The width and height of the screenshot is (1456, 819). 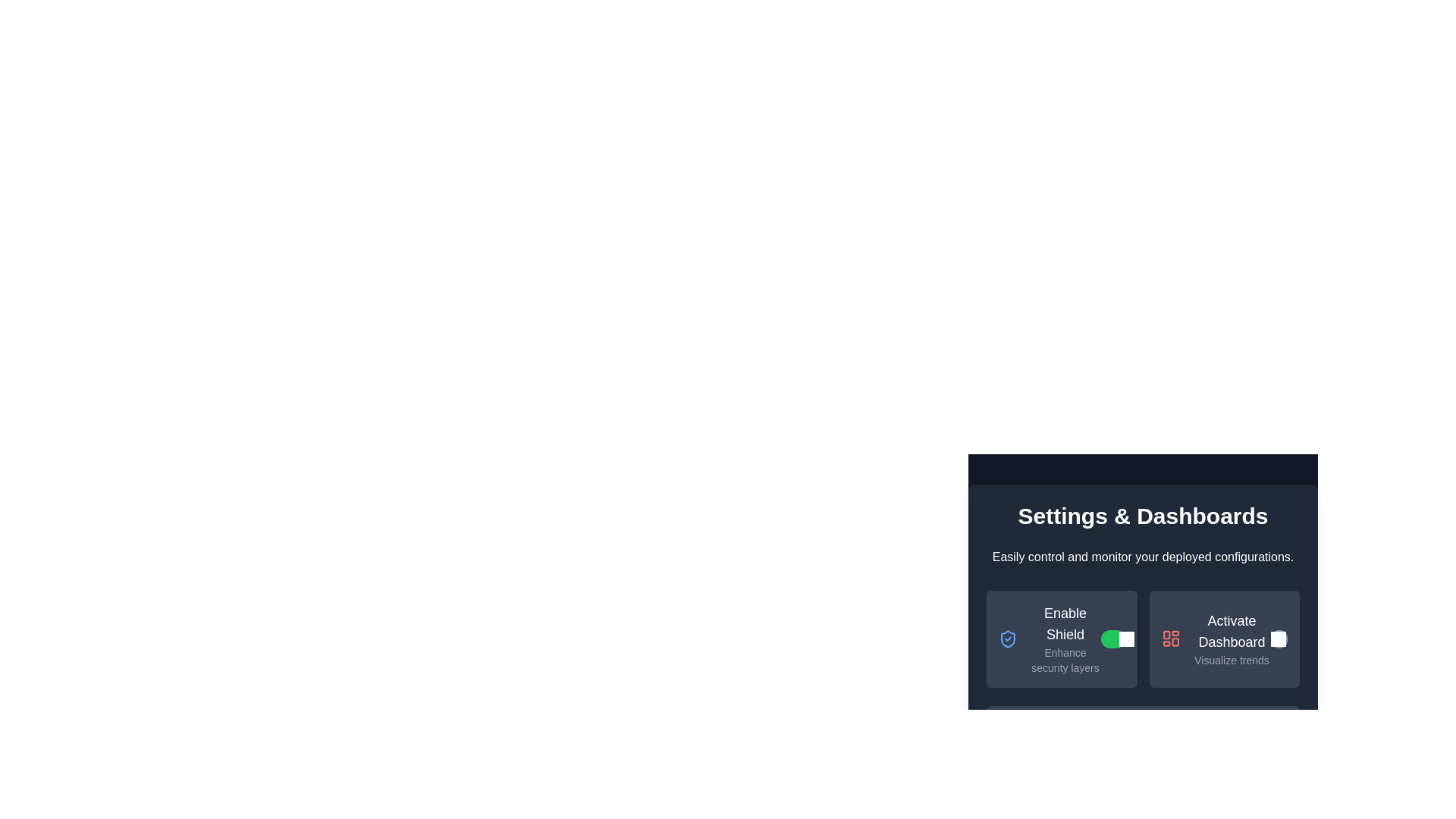 What do you see at coordinates (1216, 639) in the screenshot?
I see `the dashboard activation button, which is the second option in a row of cards, visually centered within its card and located right of the 'Enable Shield' button card` at bounding box center [1216, 639].